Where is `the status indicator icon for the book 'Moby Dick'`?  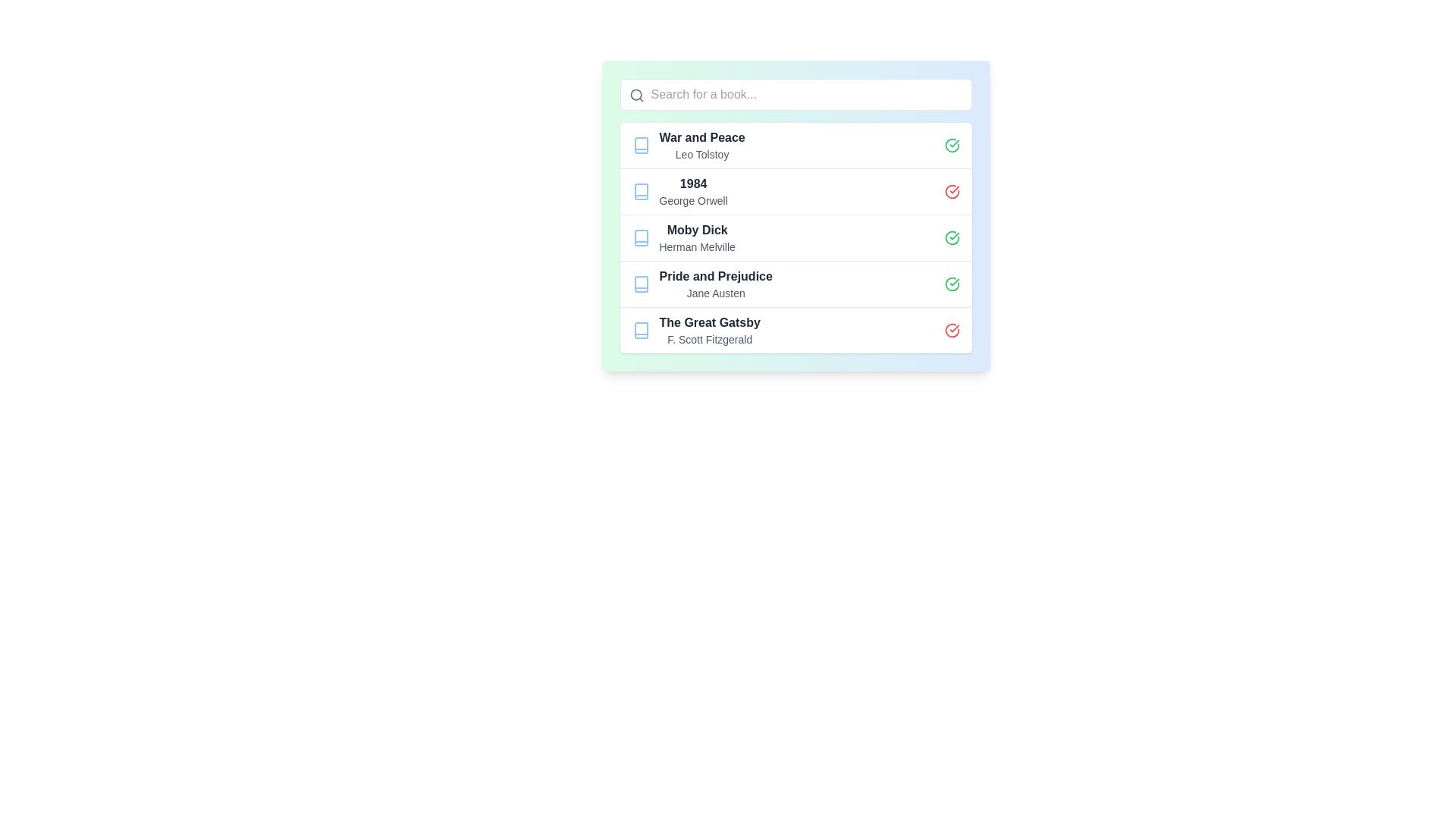
the status indicator icon for the book 'Moby Dick' is located at coordinates (951, 237).